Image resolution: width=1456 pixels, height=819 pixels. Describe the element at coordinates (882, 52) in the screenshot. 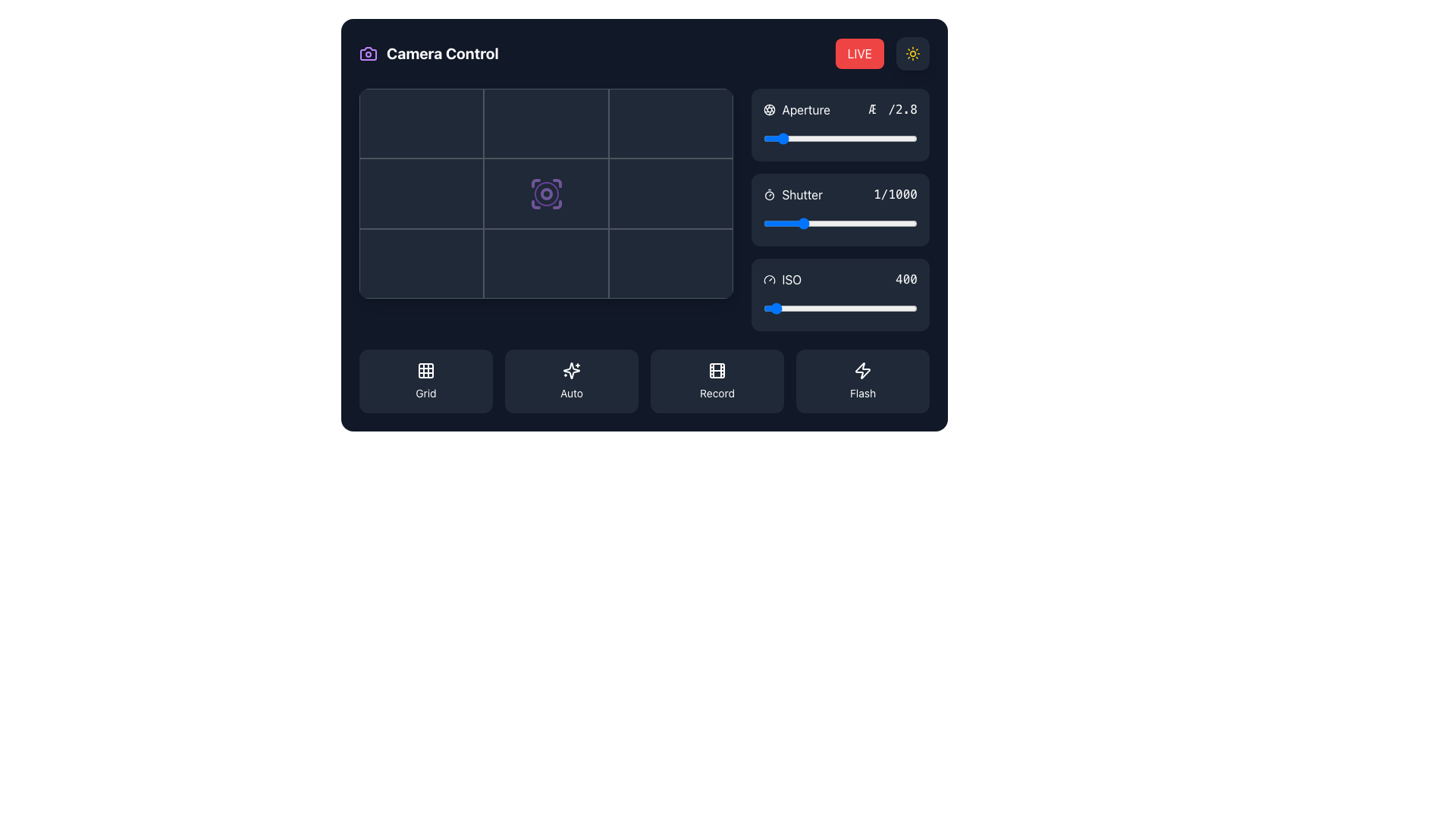

I see `the rectangular button with a red background and white text displaying 'LIVE'` at that location.